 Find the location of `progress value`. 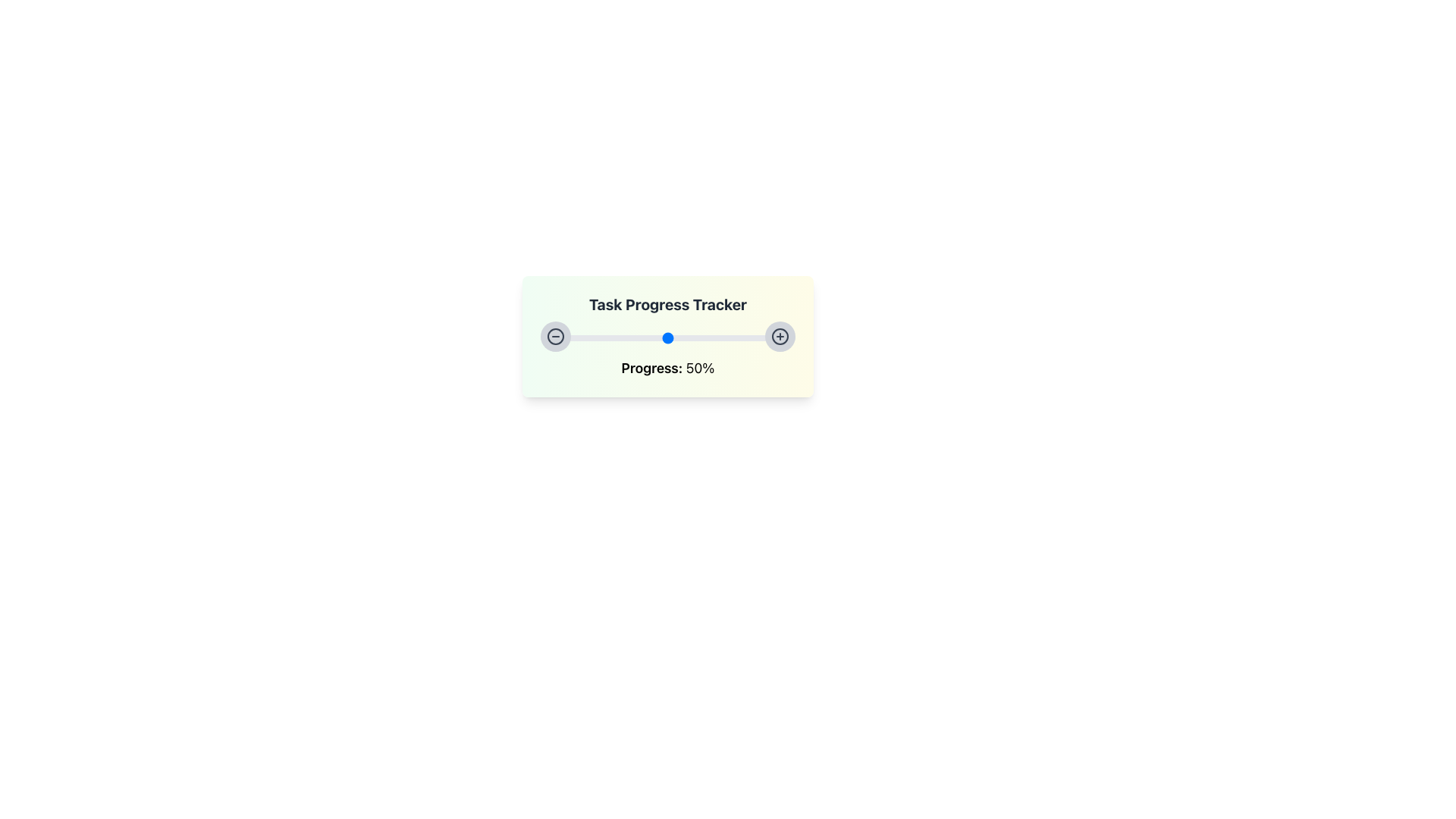

progress value is located at coordinates (601, 335).